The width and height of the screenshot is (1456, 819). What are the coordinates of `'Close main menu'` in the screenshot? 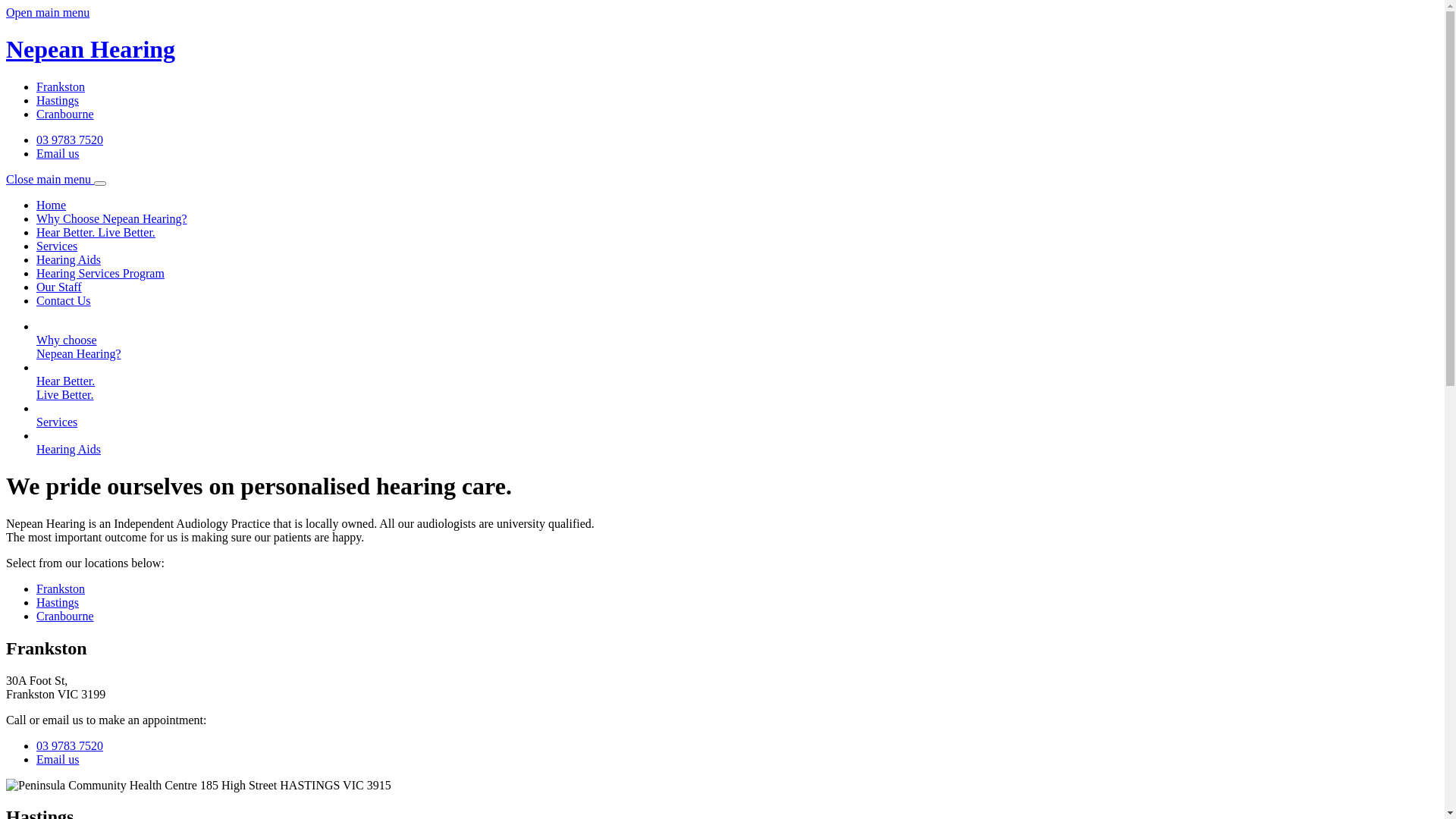 It's located at (55, 178).